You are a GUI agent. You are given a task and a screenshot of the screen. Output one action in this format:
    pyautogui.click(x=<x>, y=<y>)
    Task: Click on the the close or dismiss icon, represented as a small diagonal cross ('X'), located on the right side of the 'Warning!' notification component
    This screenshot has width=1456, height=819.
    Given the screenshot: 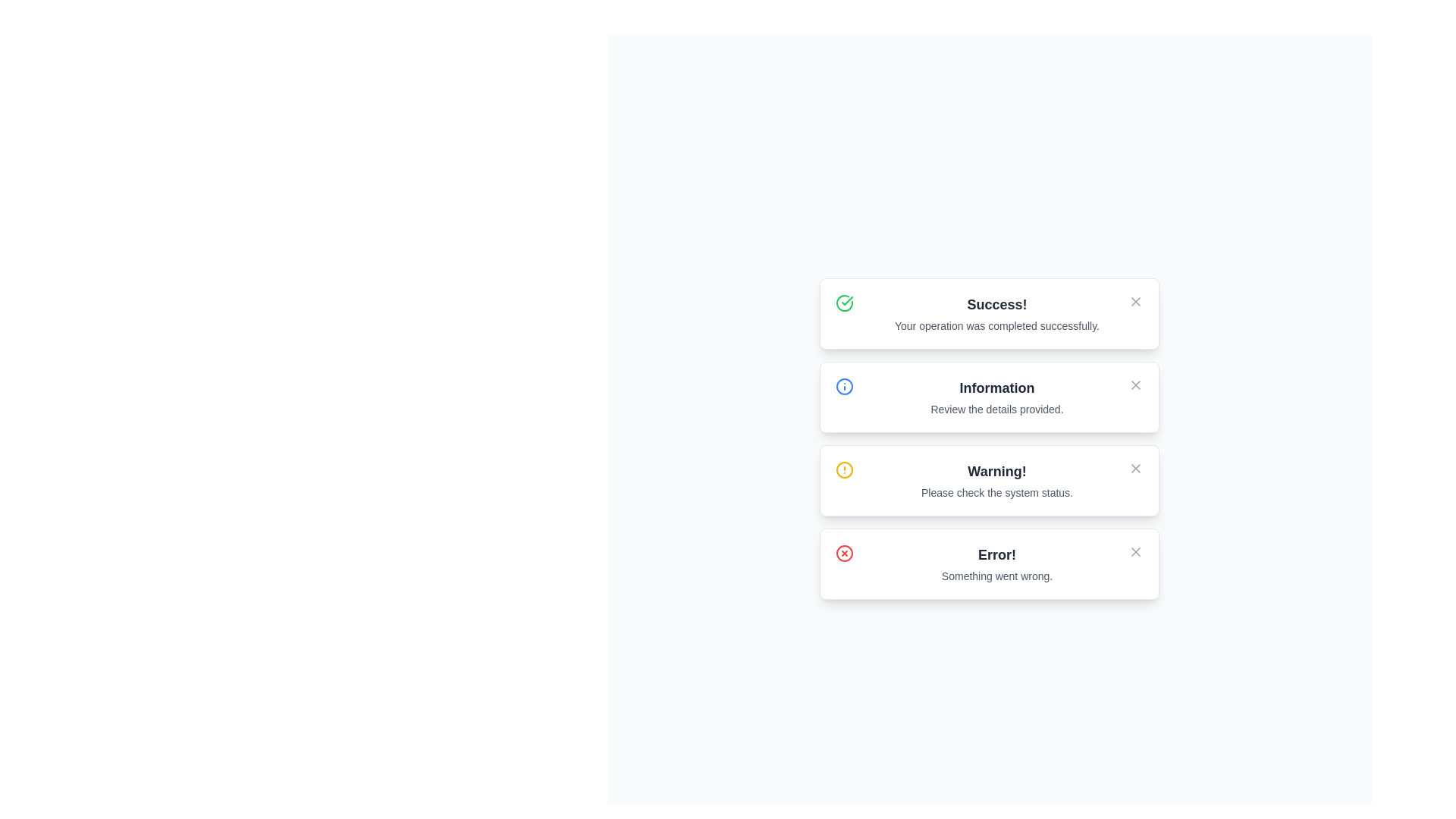 What is the action you would take?
    pyautogui.click(x=1135, y=467)
    